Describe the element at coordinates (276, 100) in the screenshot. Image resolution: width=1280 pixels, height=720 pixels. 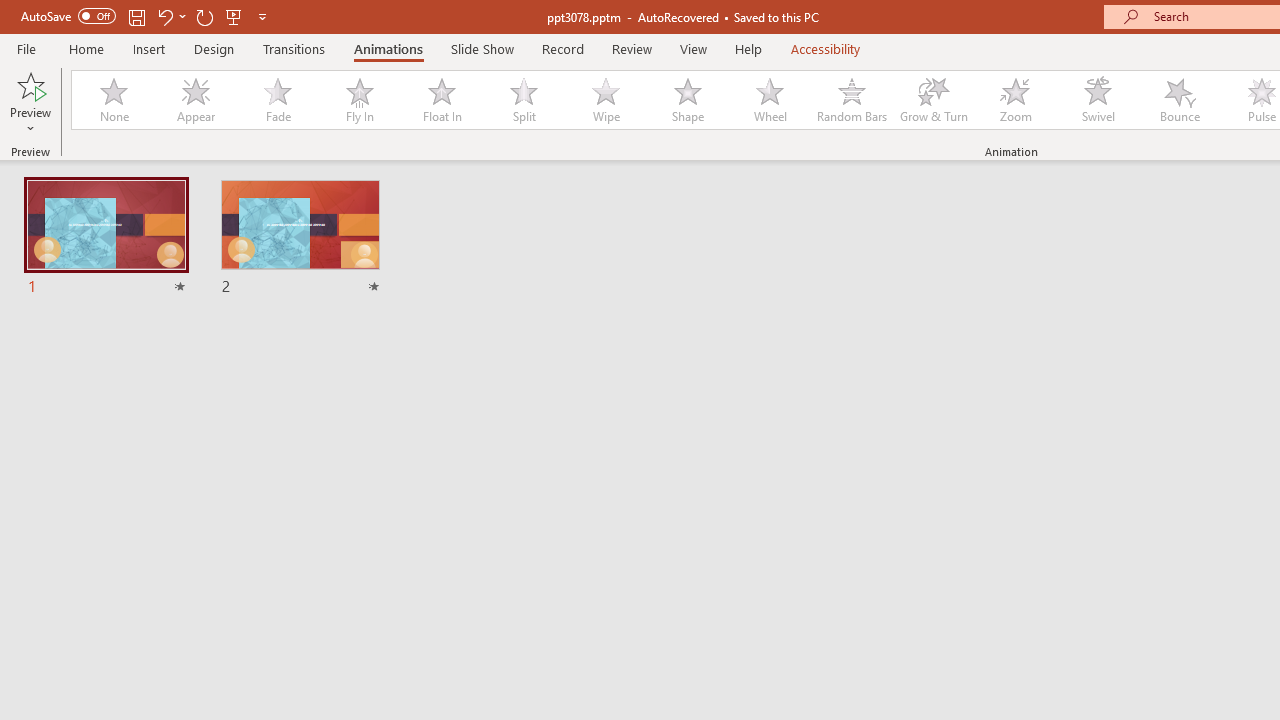
I see `'Fade'` at that location.